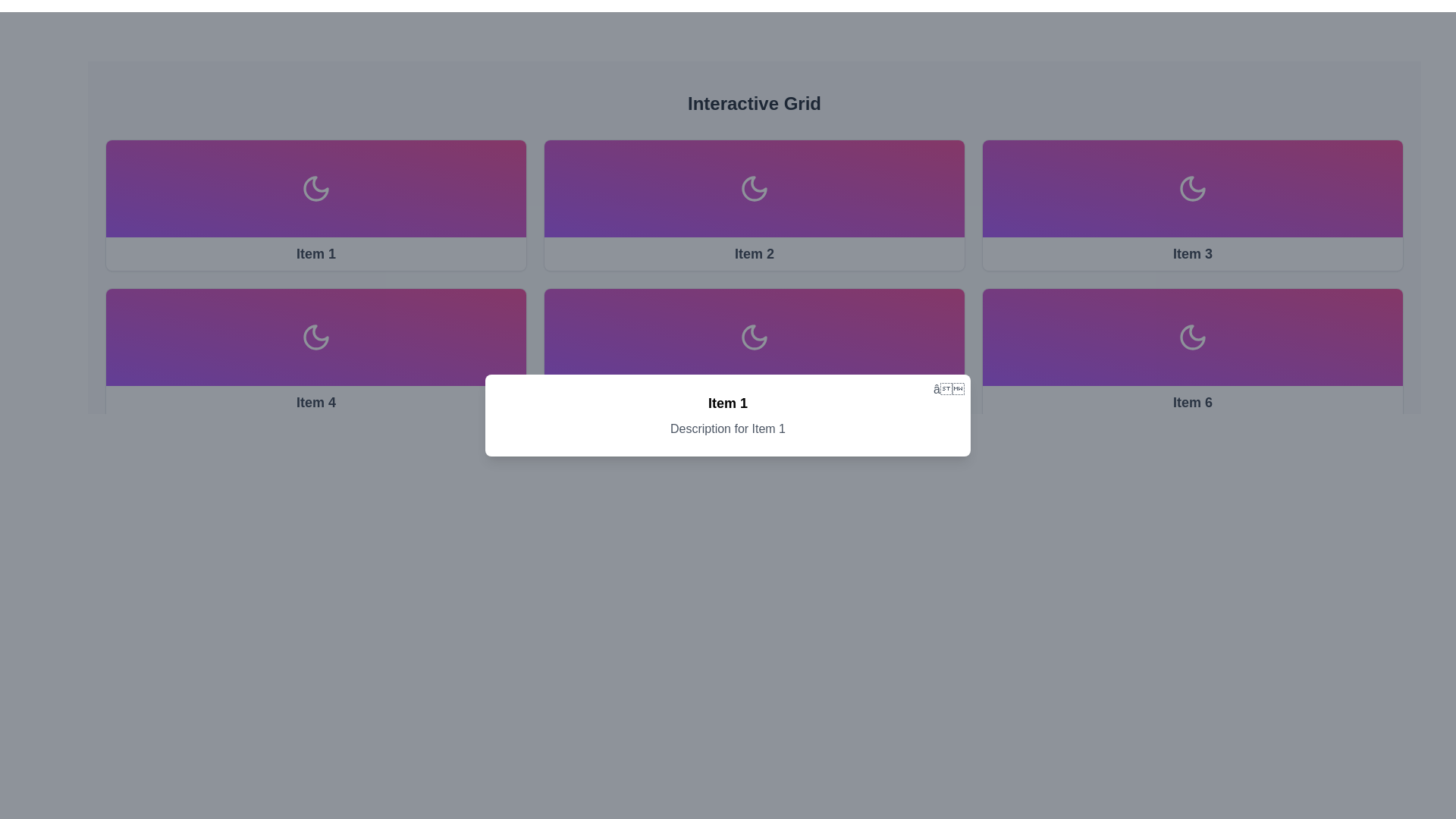 The height and width of the screenshot is (819, 1456). I want to click on the nighttime-themed icon located in the center column of the top row in the grid layout, which is above the label 'Item 2', so click(754, 188).